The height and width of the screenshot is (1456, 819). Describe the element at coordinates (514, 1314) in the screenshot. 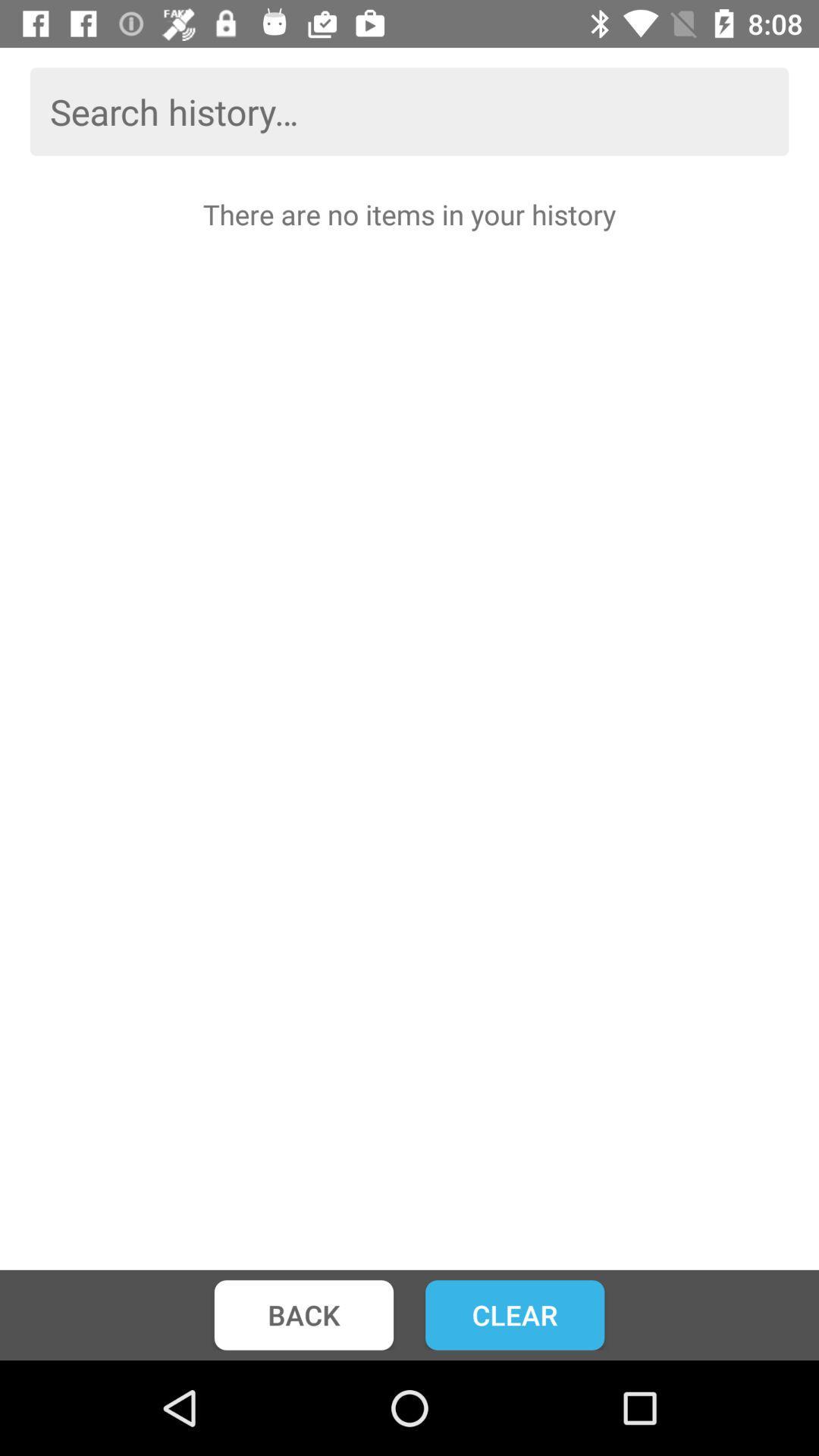

I see `the icon next to the back item` at that location.